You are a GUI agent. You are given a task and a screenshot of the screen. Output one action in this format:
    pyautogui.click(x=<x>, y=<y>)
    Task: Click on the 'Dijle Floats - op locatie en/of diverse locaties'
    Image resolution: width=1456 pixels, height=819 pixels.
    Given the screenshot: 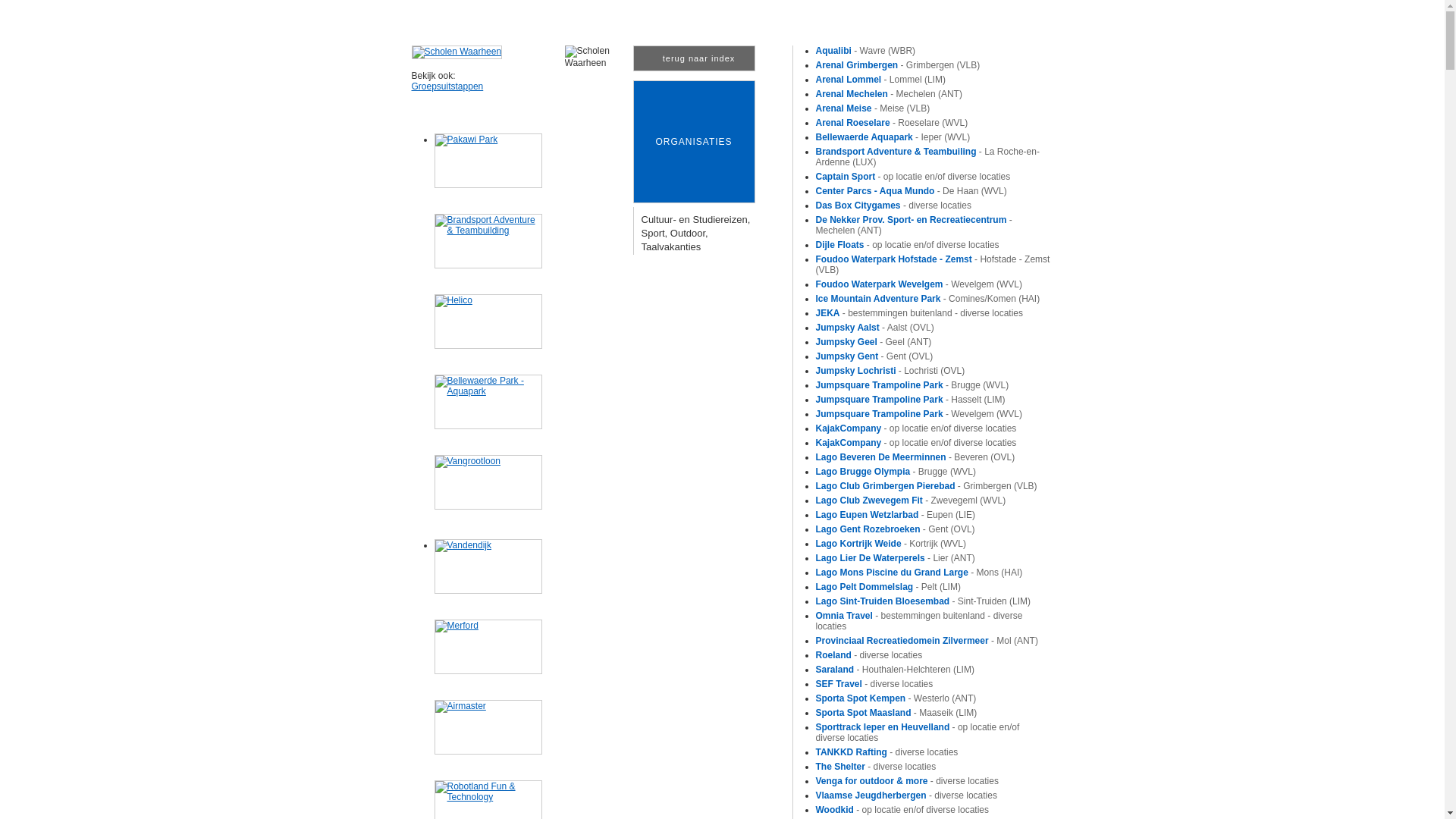 What is the action you would take?
    pyautogui.click(x=814, y=244)
    